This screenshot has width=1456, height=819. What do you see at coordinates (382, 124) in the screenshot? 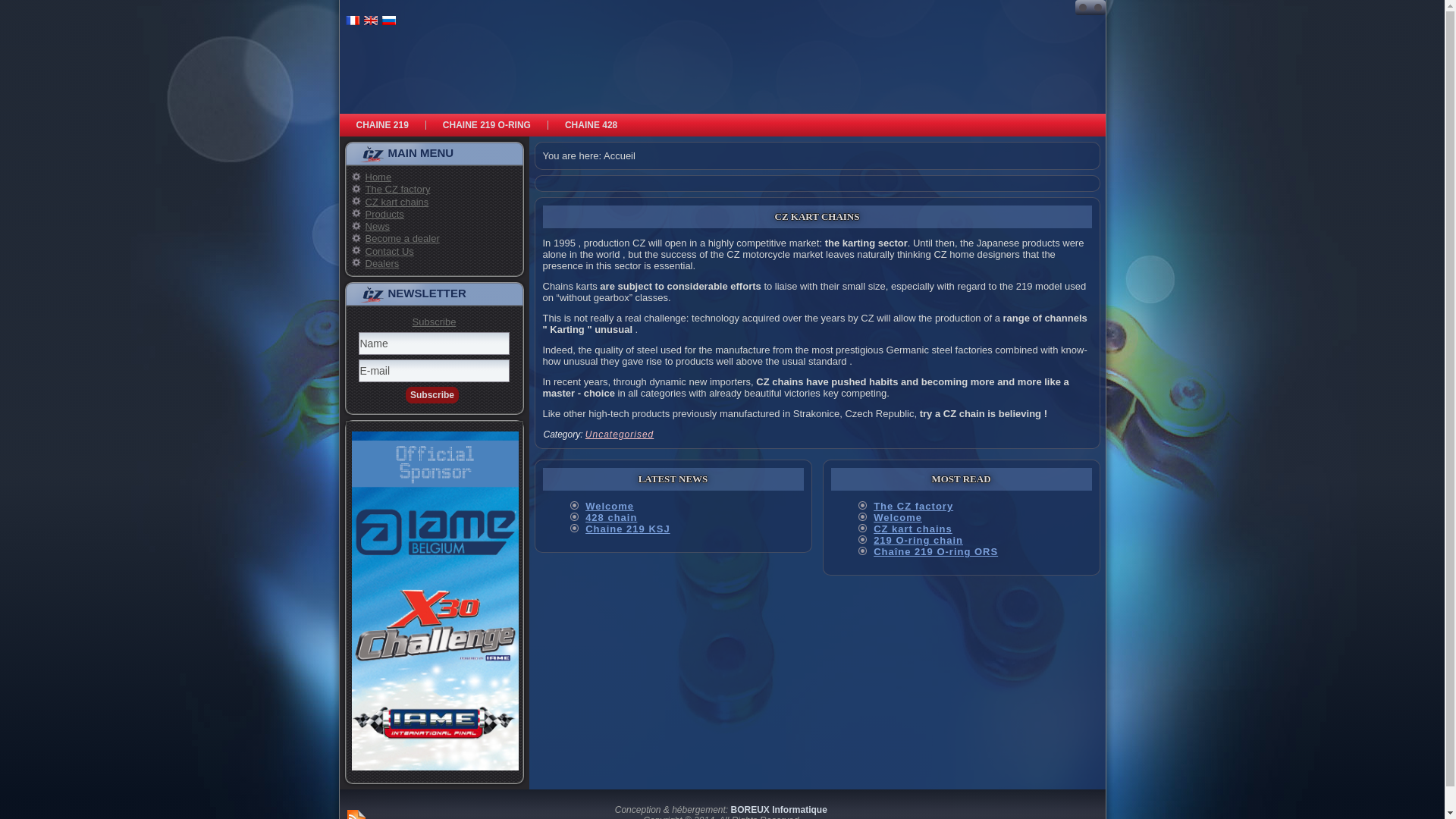
I see `'CHAINE 219'` at bounding box center [382, 124].